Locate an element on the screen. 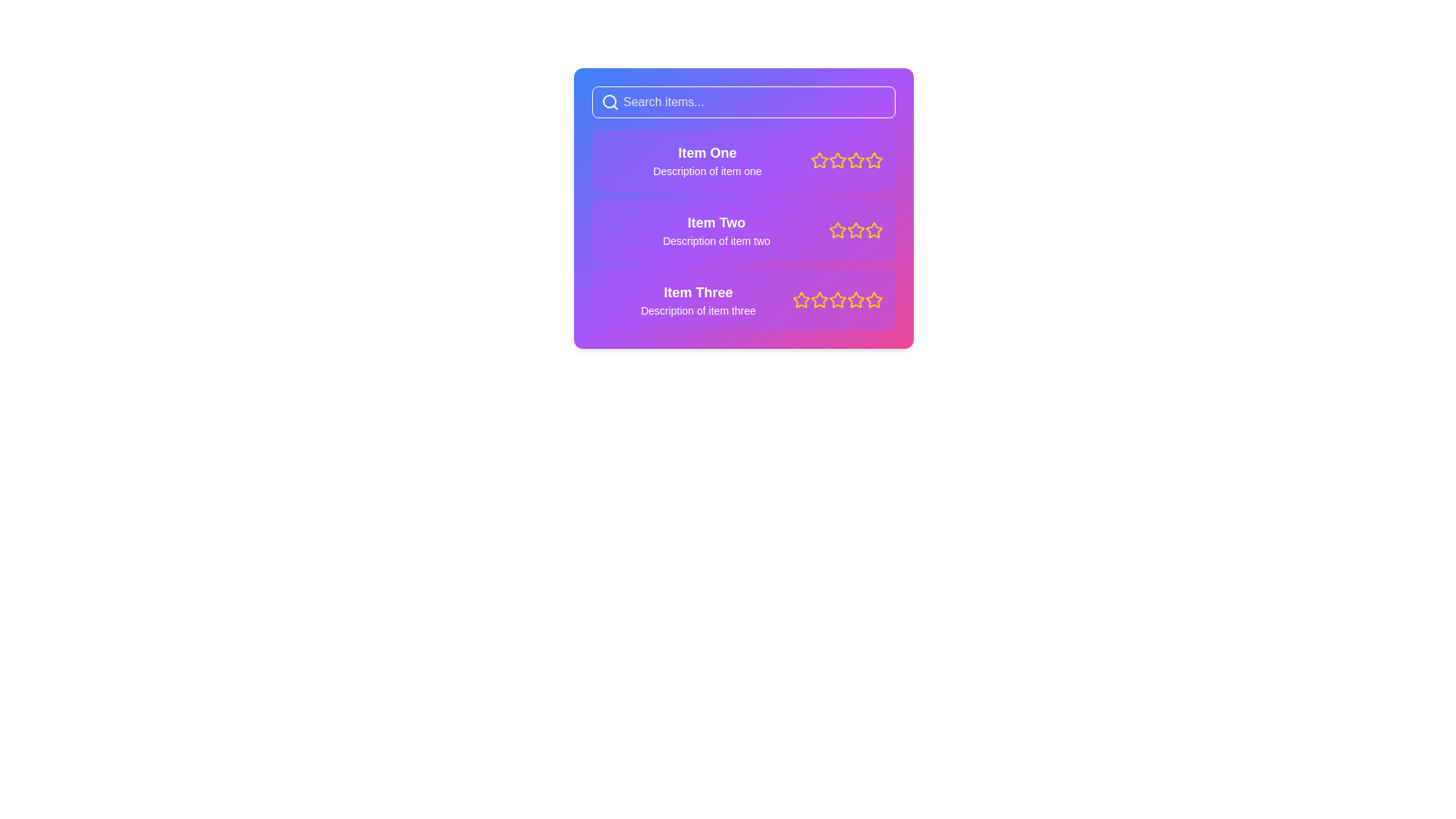 Image resolution: width=1456 pixels, height=819 pixels. the third star icon in the rating system for the second item in the vertical list to give a rating is located at coordinates (855, 231).